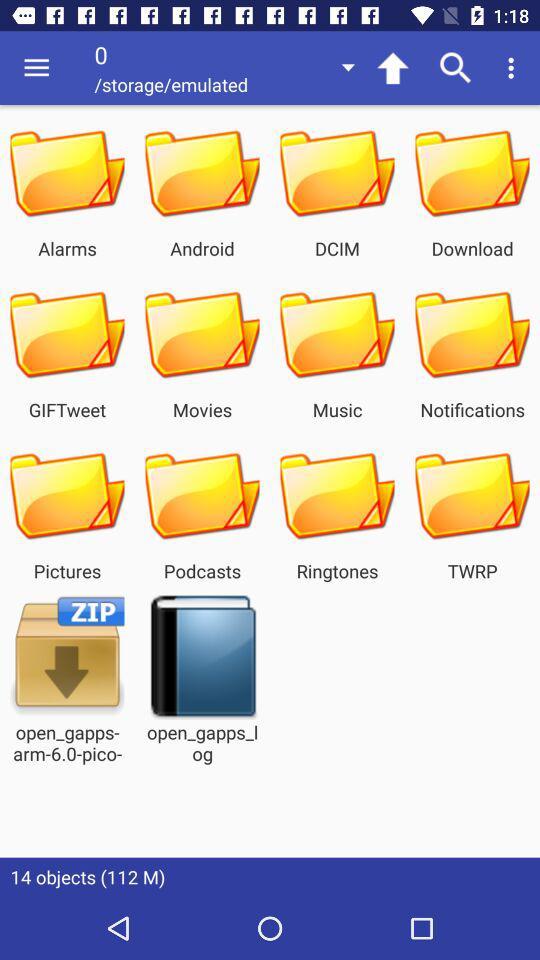 This screenshot has width=540, height=960. Describe the element at coordinates (202, 335) in the screenshot. I see `the movie folder icon` at that location.